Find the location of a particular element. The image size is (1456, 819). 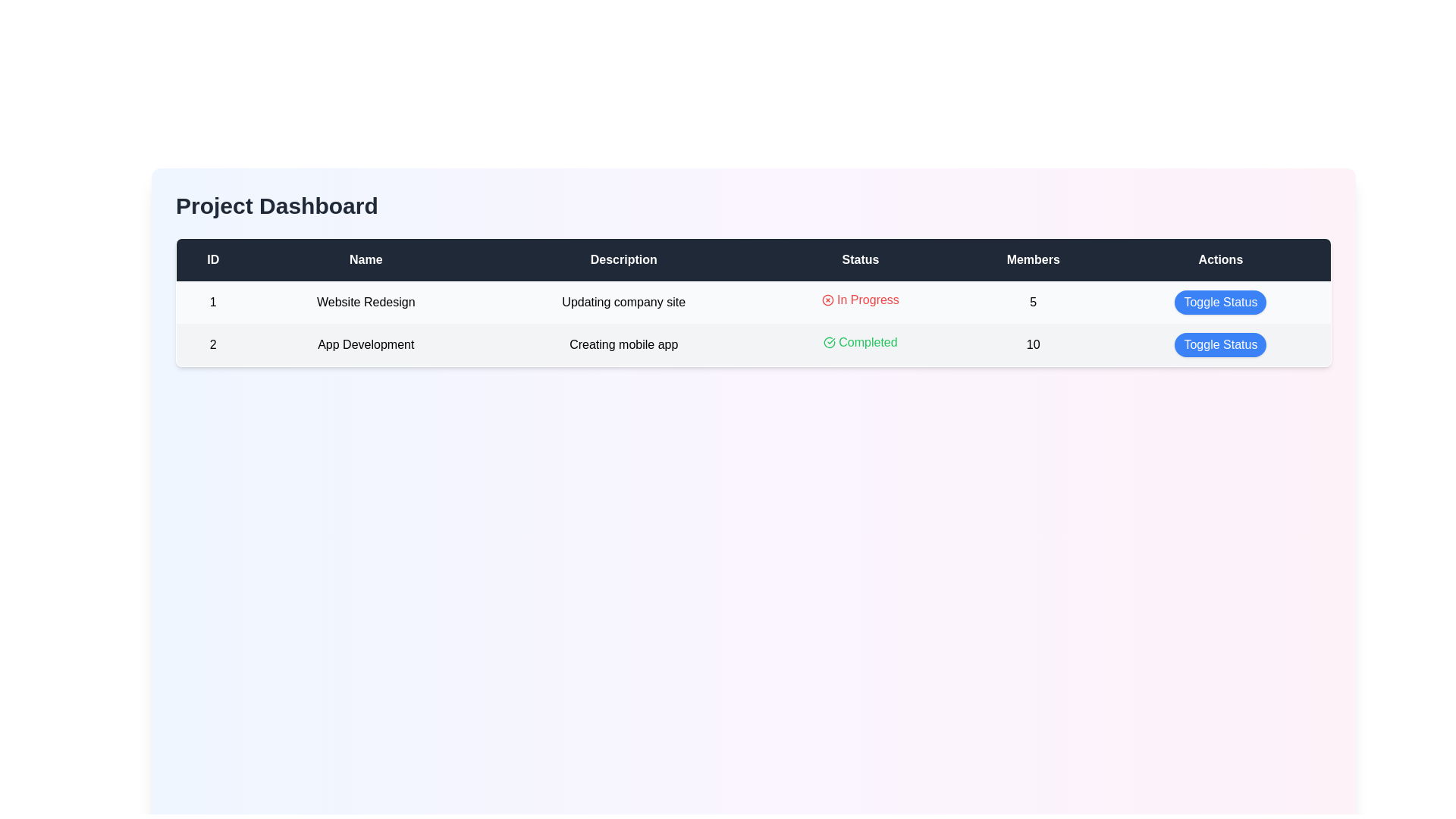

the green circular icon with a checkmark indicating 'Completed' status, located in the second row under the 'Status' column of the table is located at coordinates (829, 342).